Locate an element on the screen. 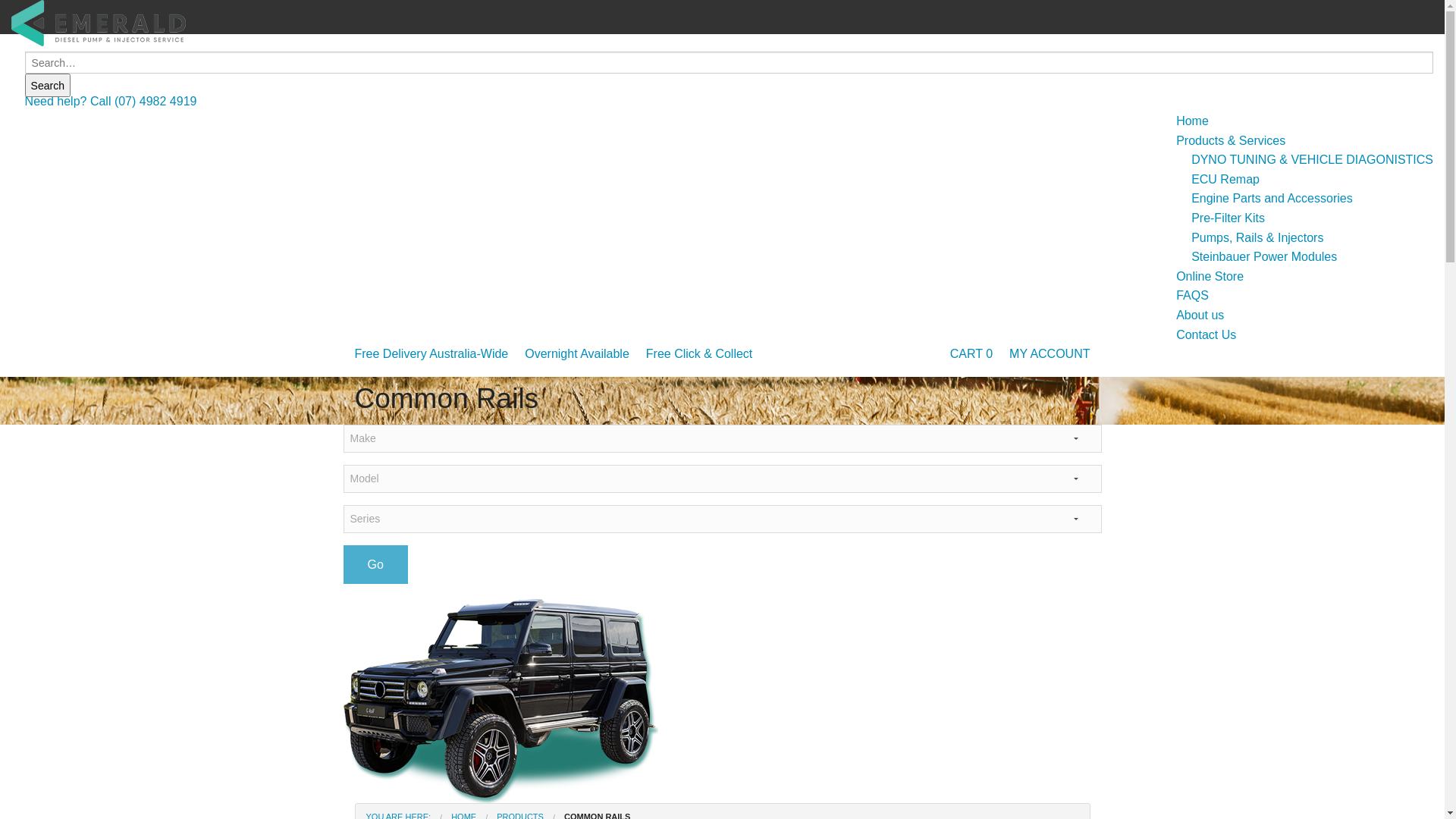 Image resolution: width=1456 pixels, height=819 pixels. 'ECU Remap' is located at coordinates (1225, 178).